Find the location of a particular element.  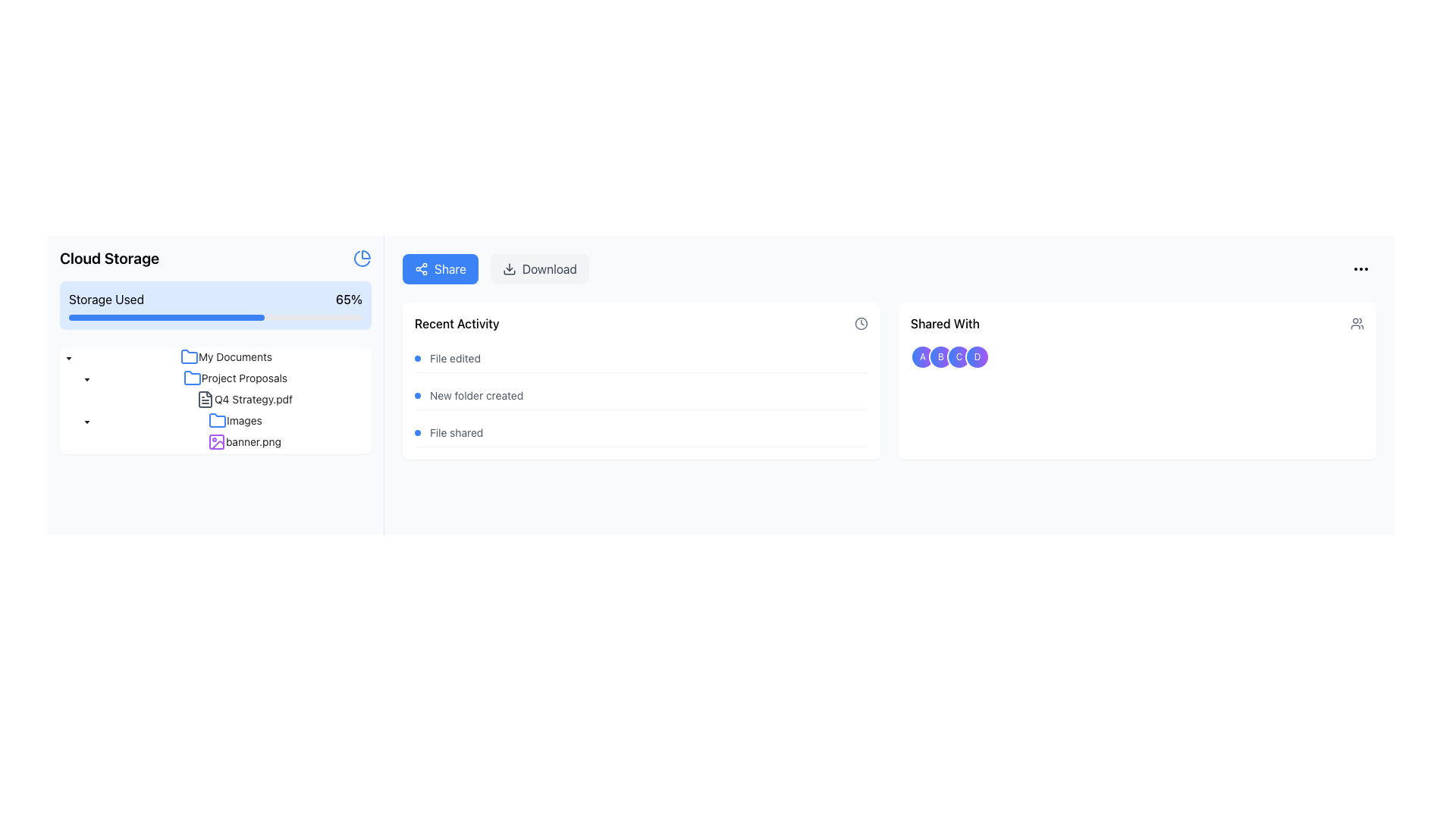

the small down-pointing caret icon next to the 'Project Proposals' folder is located at coordinates (68, 359).